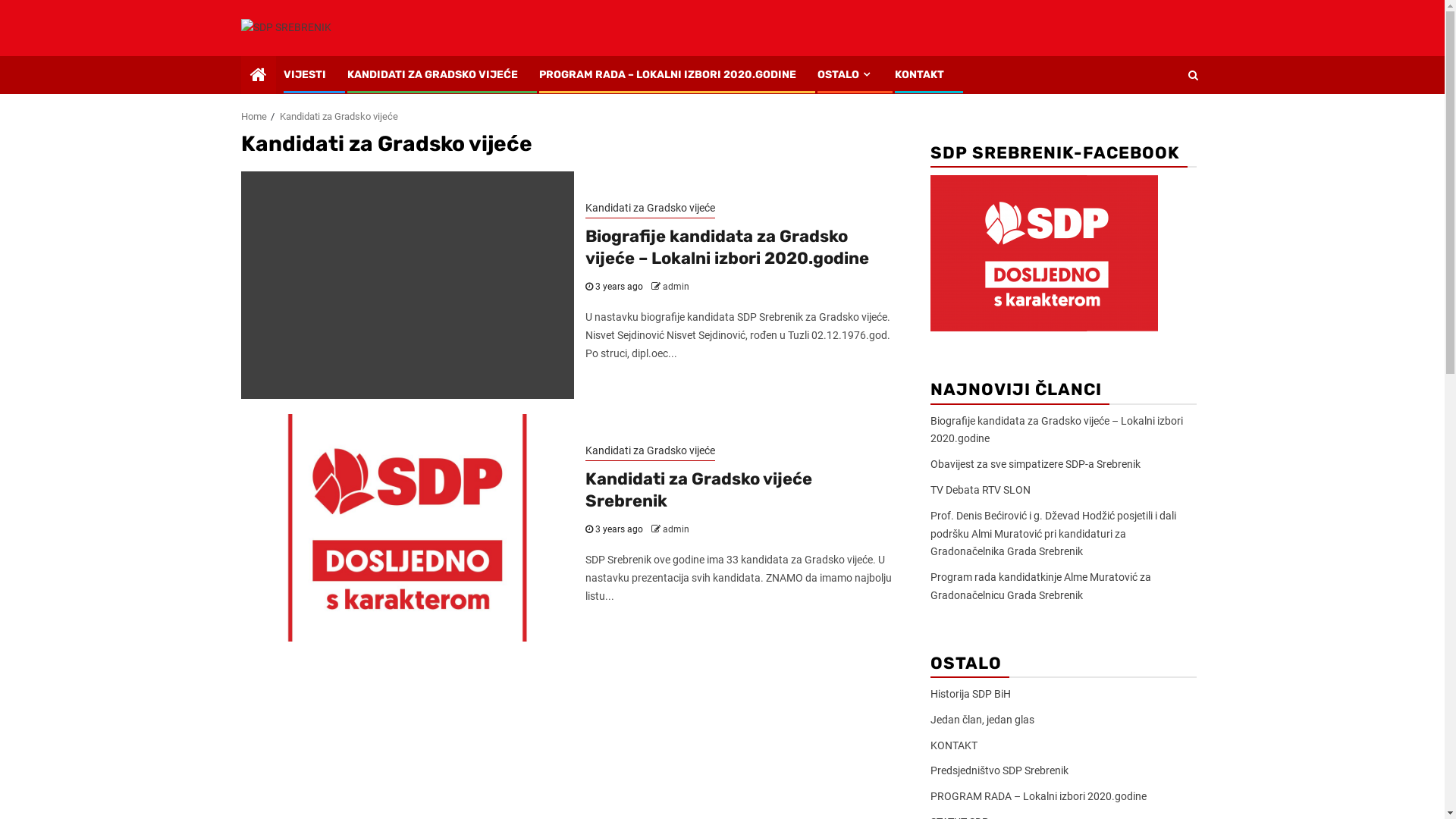 This screenshot has width=1456, height=819. What do you see at coordinates (240, 115) in the screenshot?
I see `'Home'` at bounding box center [240, 115].